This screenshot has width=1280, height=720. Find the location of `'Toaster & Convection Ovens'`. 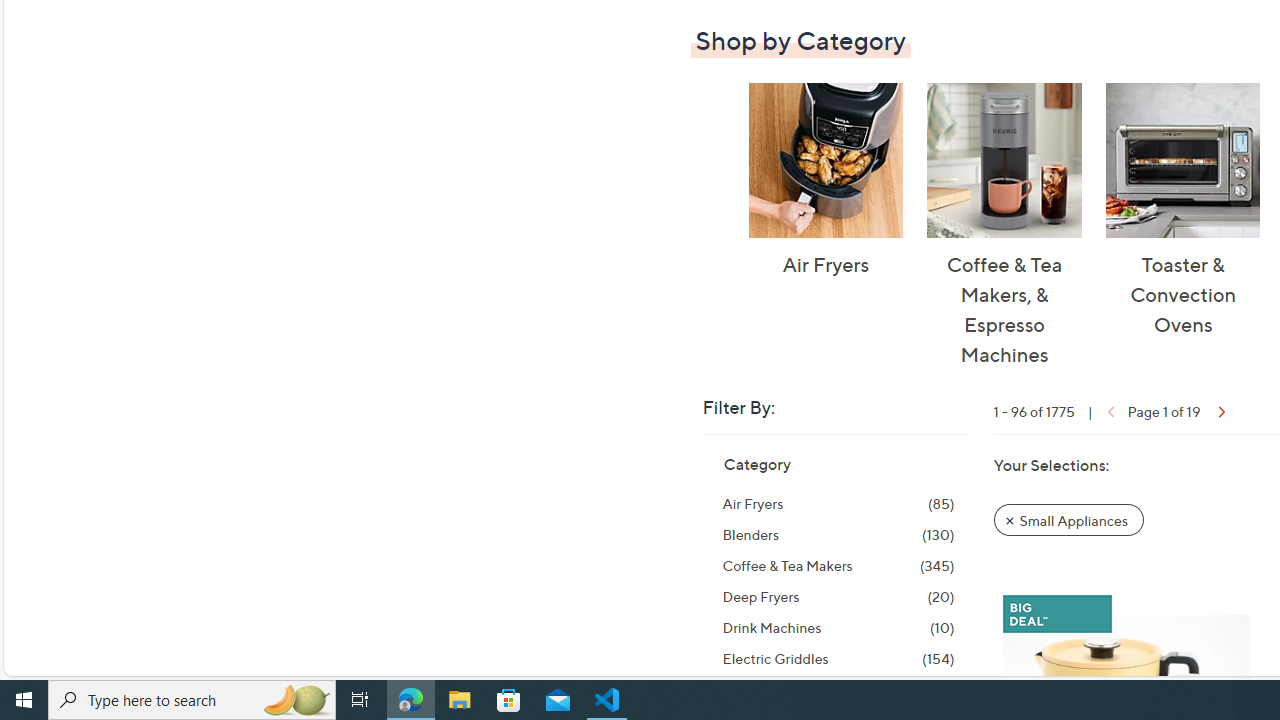

'Toaster & Convection Ovens' is located at coordinates (1182, 159).